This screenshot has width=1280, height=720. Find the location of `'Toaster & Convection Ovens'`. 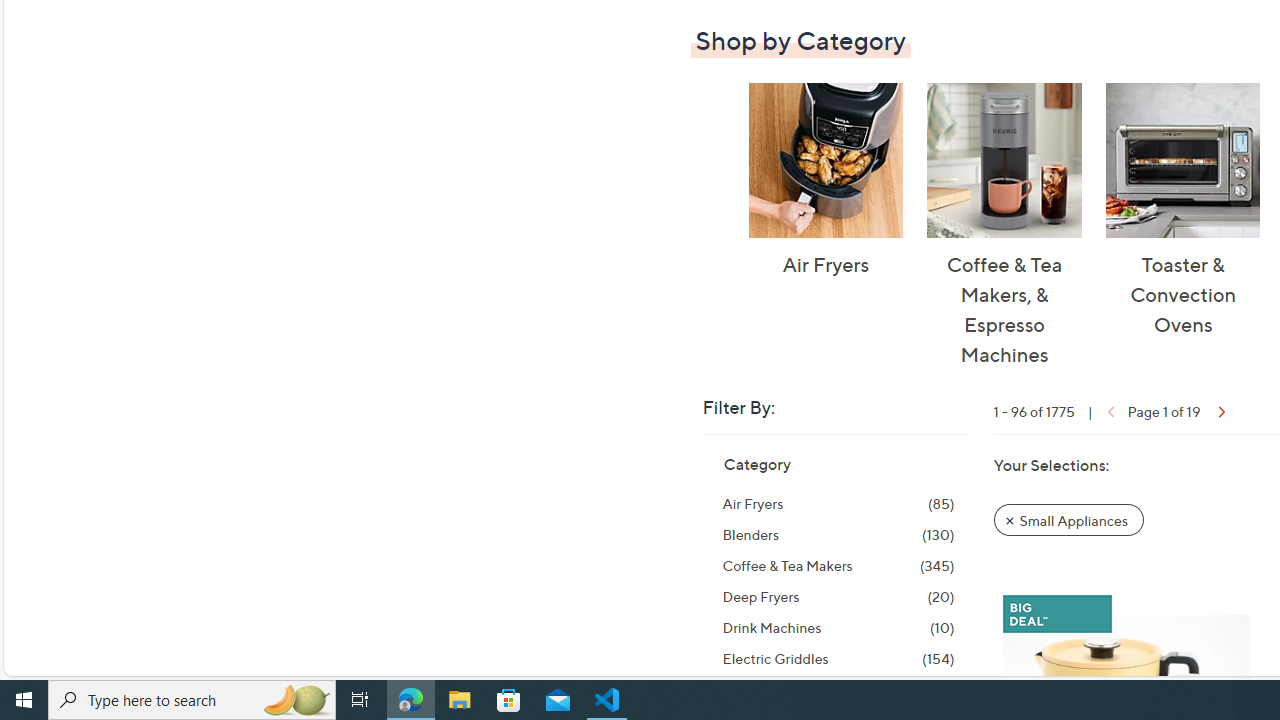

'Toaster & Convection Ovens' is located at coordinates (1182, 159).